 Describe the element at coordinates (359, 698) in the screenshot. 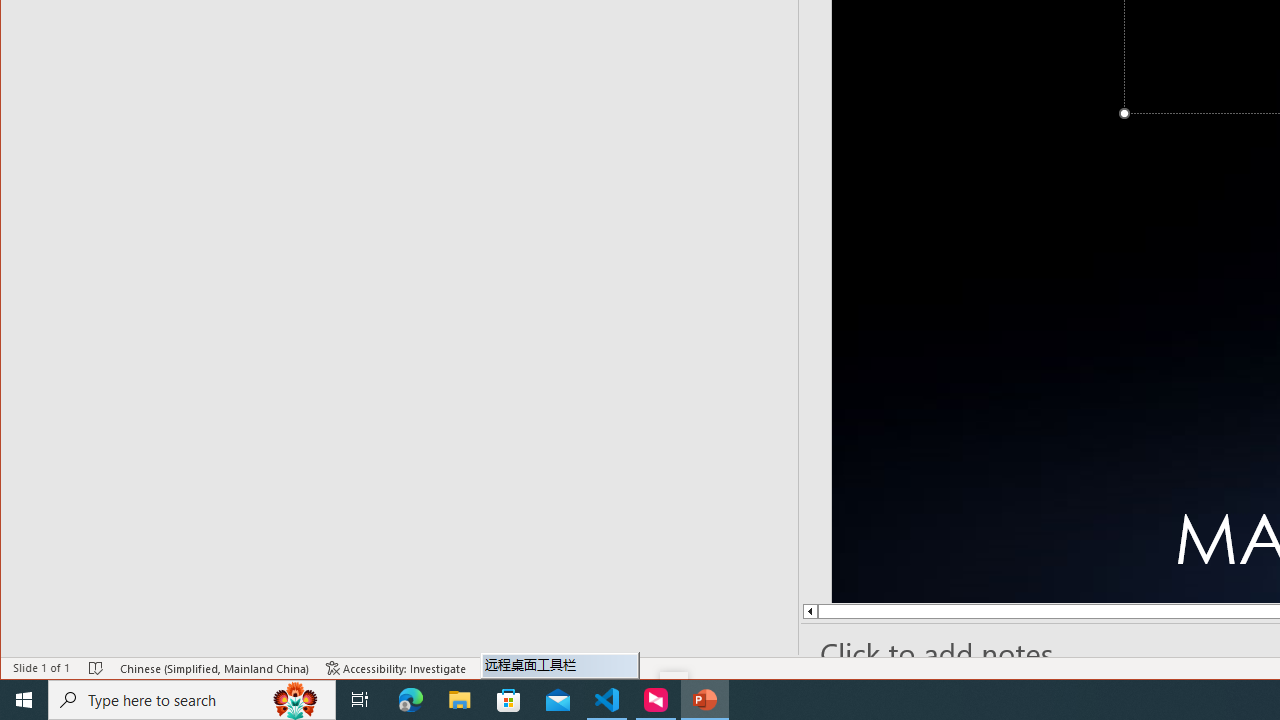

I see `'Task View'` at that location.